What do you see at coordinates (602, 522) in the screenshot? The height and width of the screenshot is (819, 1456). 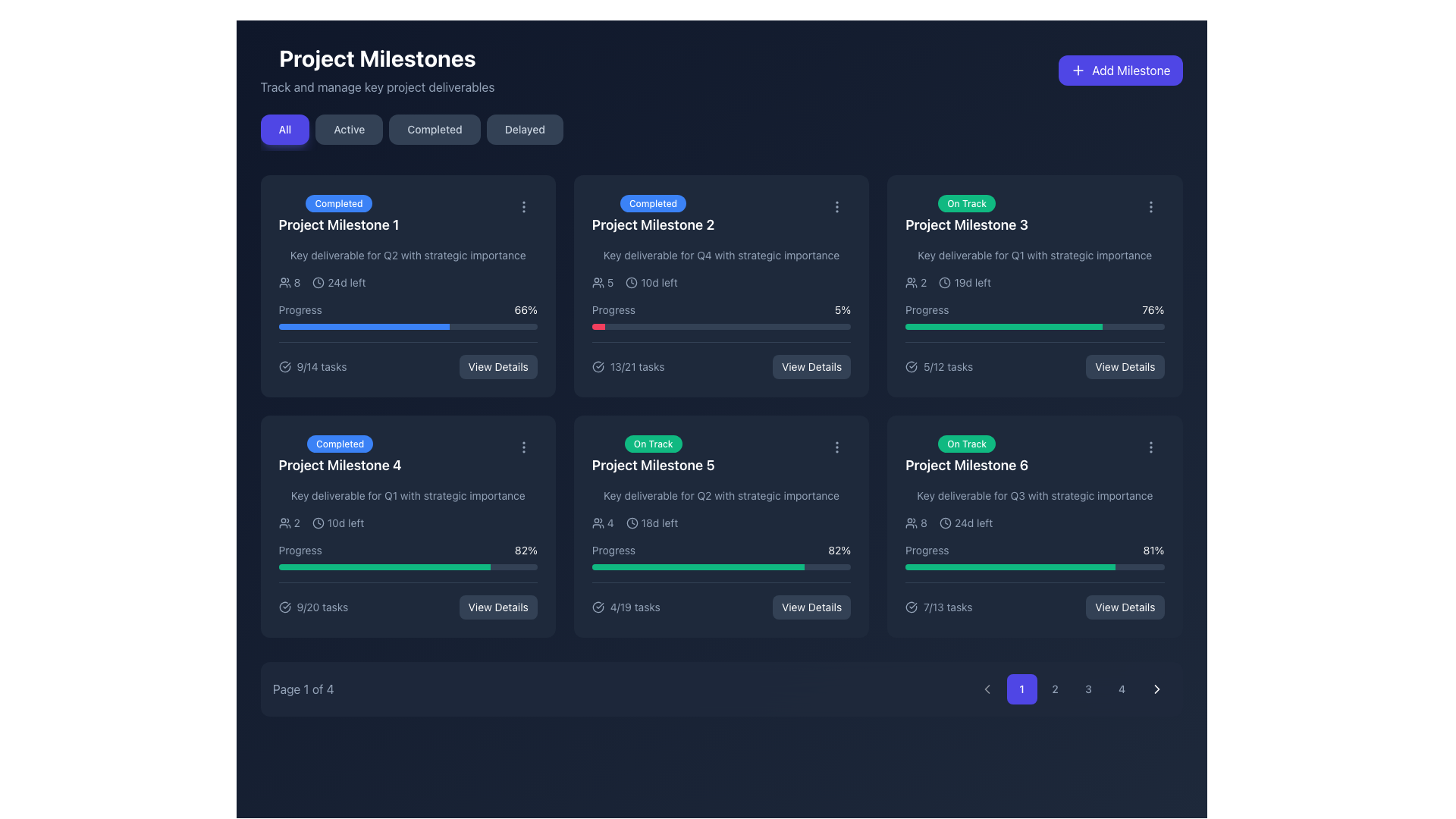 I see `displayed number '4' from the text label located at the top left of the 'Project Milestone 5' card, adjacent to the user icon` at bounding box center [602, 522].